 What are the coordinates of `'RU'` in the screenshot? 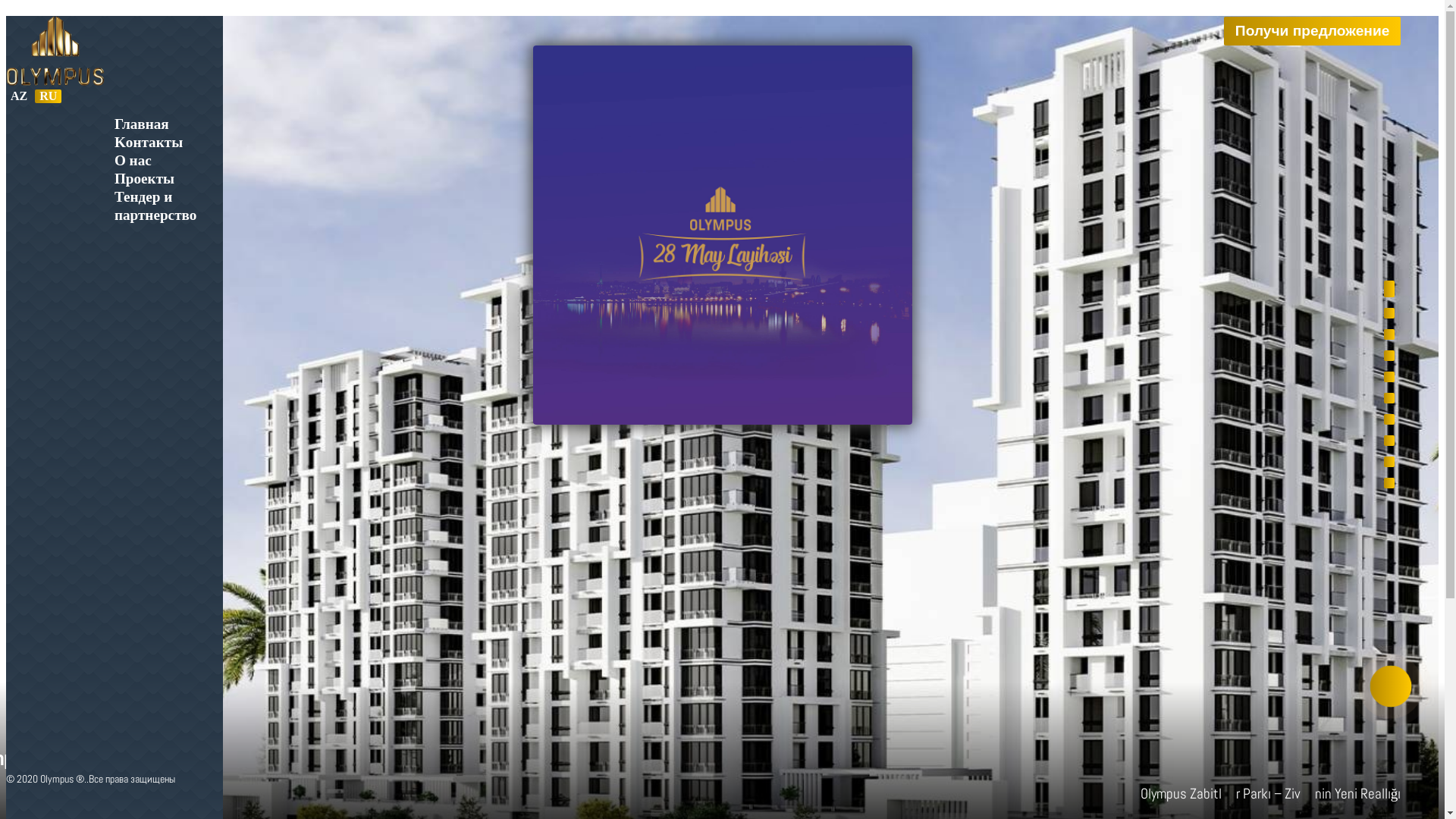 It's located at (48, 96).